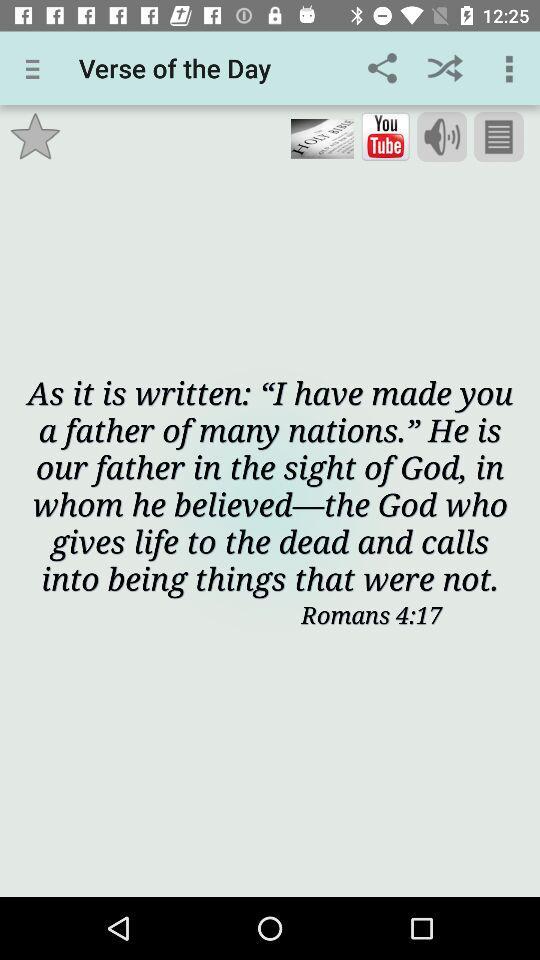 Image resolution: width=540 pixels, height=960 pixels. What do you see at coordinates (270, 484) in the screenshot?
I see `the as it is icon` at bounding box center [270, 484].